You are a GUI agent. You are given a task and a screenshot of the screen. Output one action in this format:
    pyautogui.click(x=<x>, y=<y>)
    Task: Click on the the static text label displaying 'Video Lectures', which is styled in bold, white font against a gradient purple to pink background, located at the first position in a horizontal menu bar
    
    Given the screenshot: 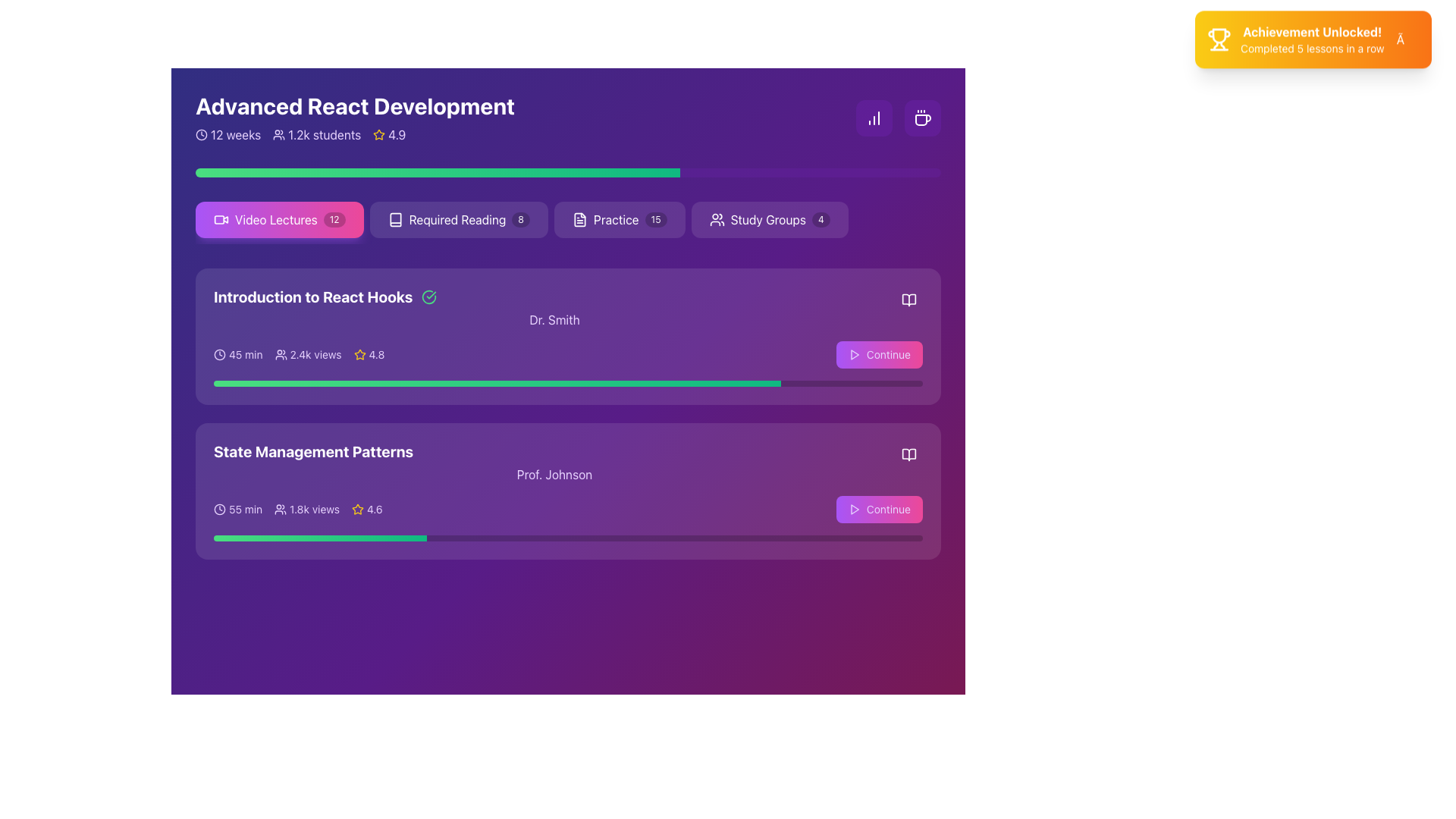 What is the action you would take?
    pyautogui.click(x=276, y=219)
    